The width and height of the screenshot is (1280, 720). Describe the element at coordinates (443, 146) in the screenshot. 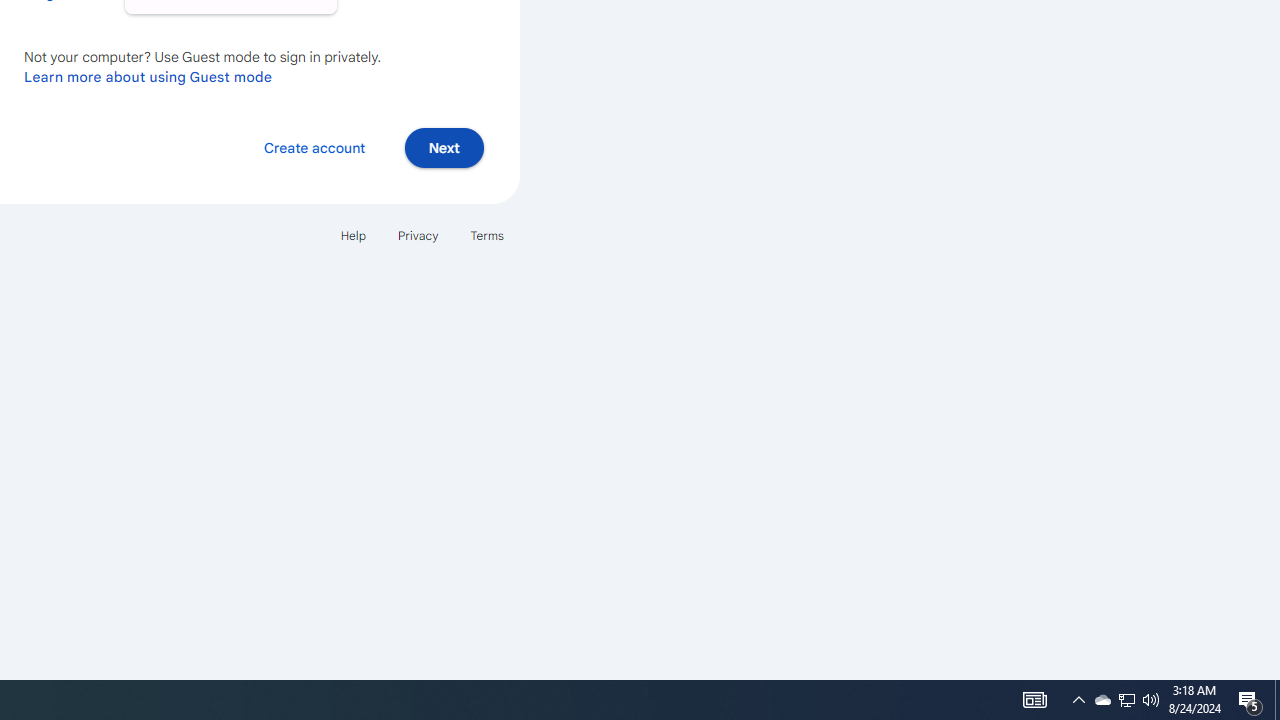

I see `'Next'` at that location.